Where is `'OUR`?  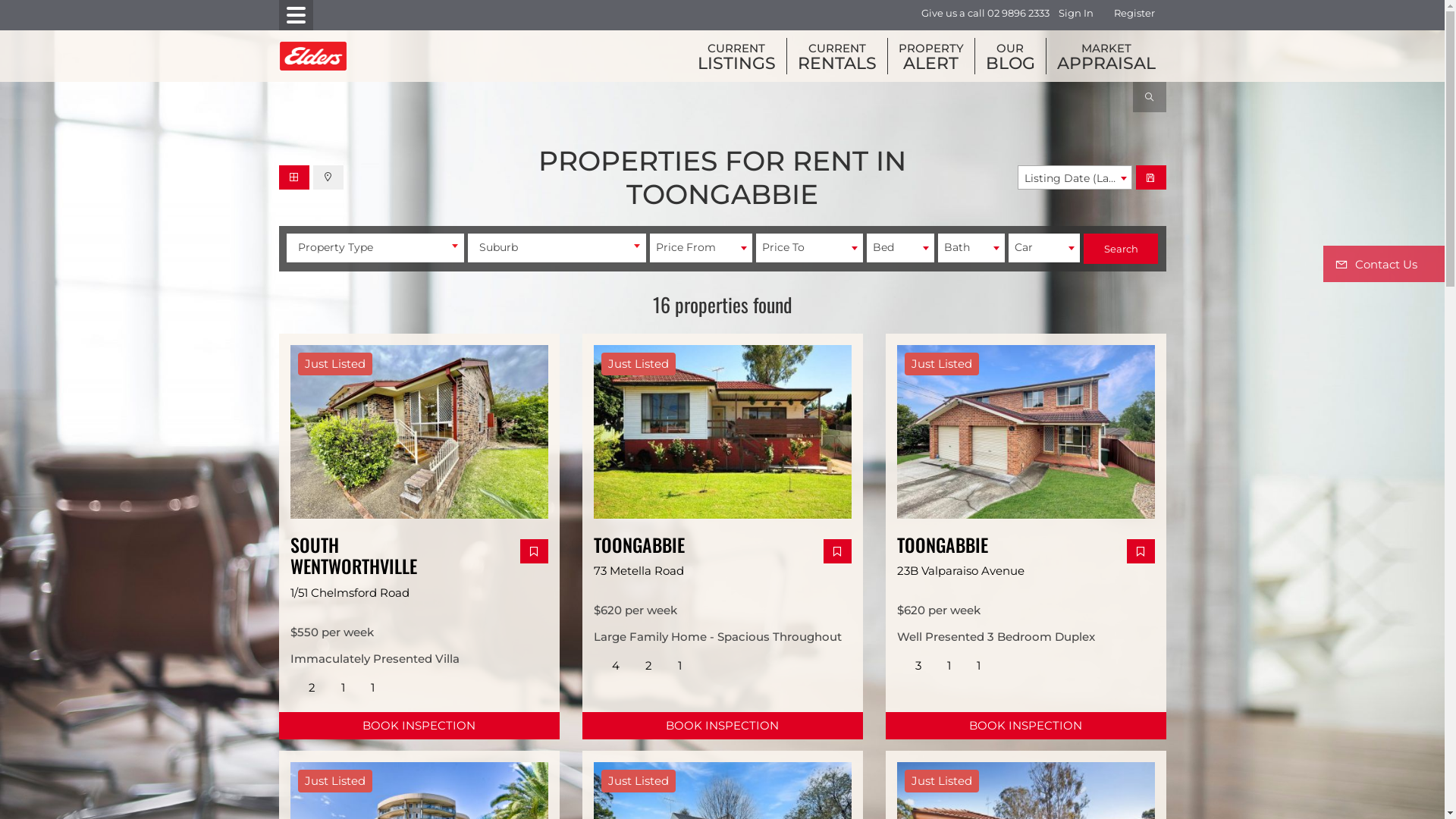 'OUR is located at coordinates (1010, 55).